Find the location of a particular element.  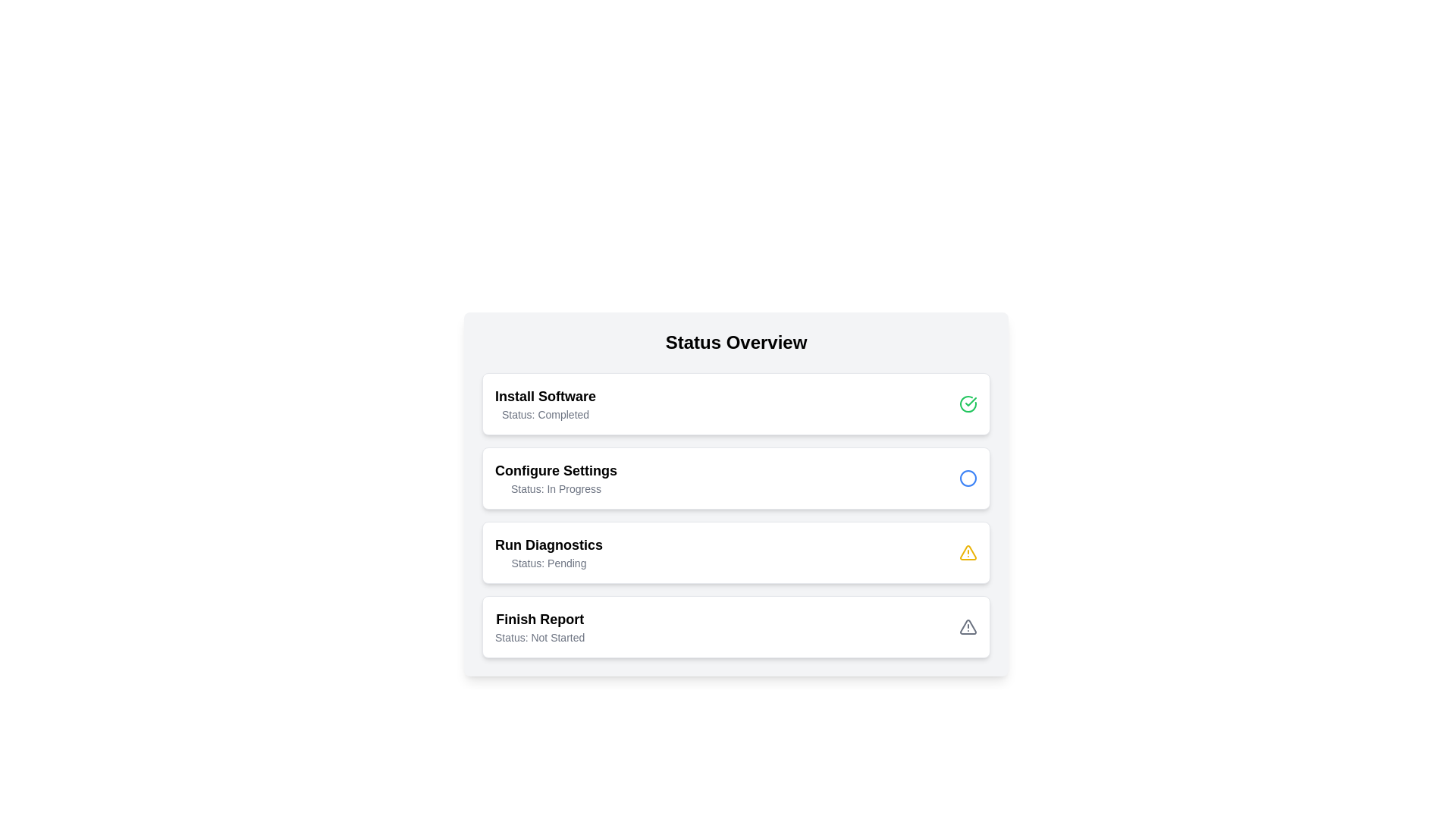

the green checkmark icon located at the center-right of the 'Install Software' status card in the first panel of the status overview is located at coordinates (971, 400).